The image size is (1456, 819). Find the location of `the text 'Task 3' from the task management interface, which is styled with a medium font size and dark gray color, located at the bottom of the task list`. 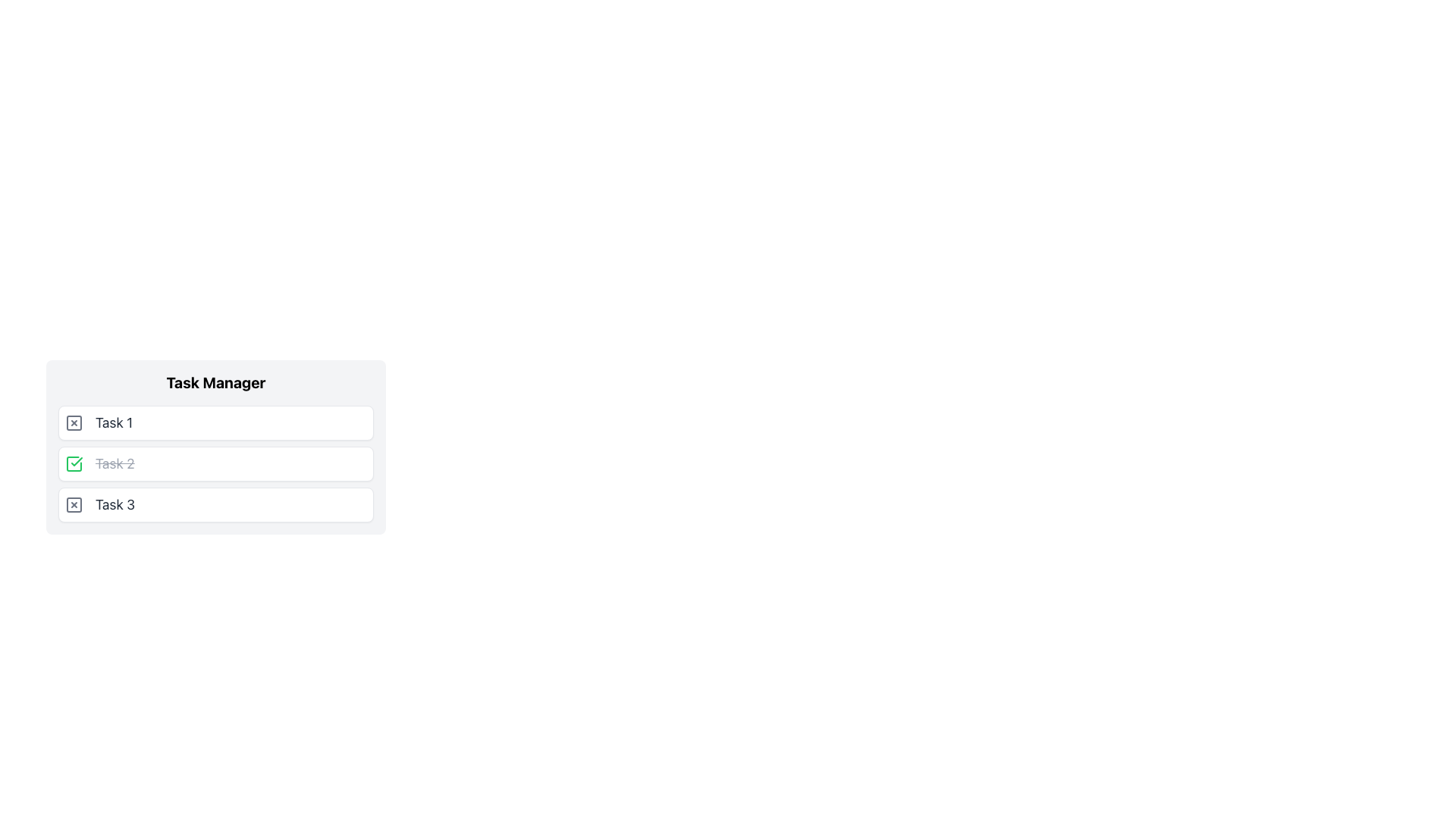

the text 'Task 3' from the task management interface, which is styled with a medium font size and dark gray color, located at the bottom of the task list is located at coordinates (115, 505).